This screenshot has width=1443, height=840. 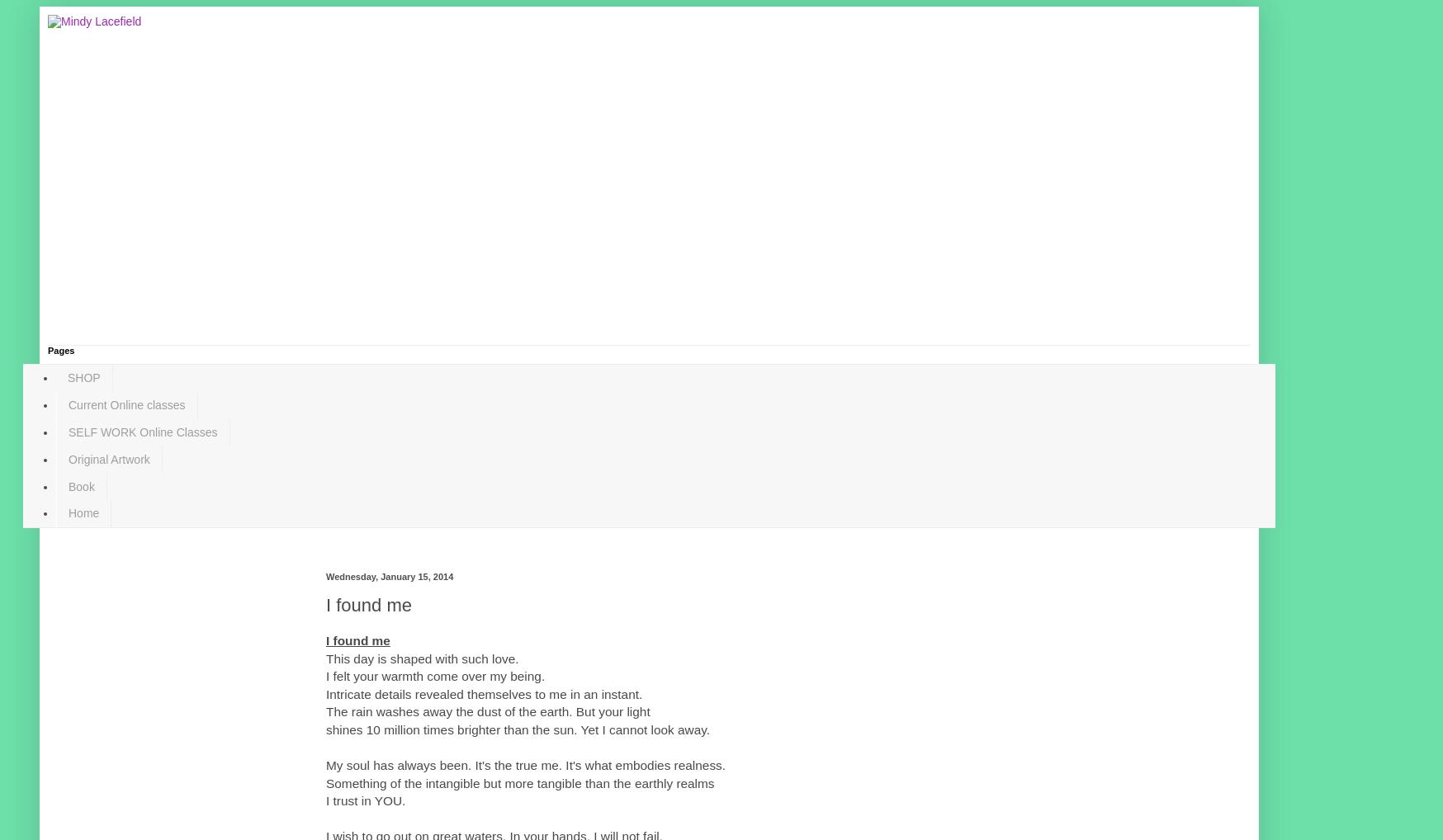 What do you see at coordinates (435, 675) in the screenshot?
I see `'I felt your warmth come over my being.'` at bounding box center [435, 675].